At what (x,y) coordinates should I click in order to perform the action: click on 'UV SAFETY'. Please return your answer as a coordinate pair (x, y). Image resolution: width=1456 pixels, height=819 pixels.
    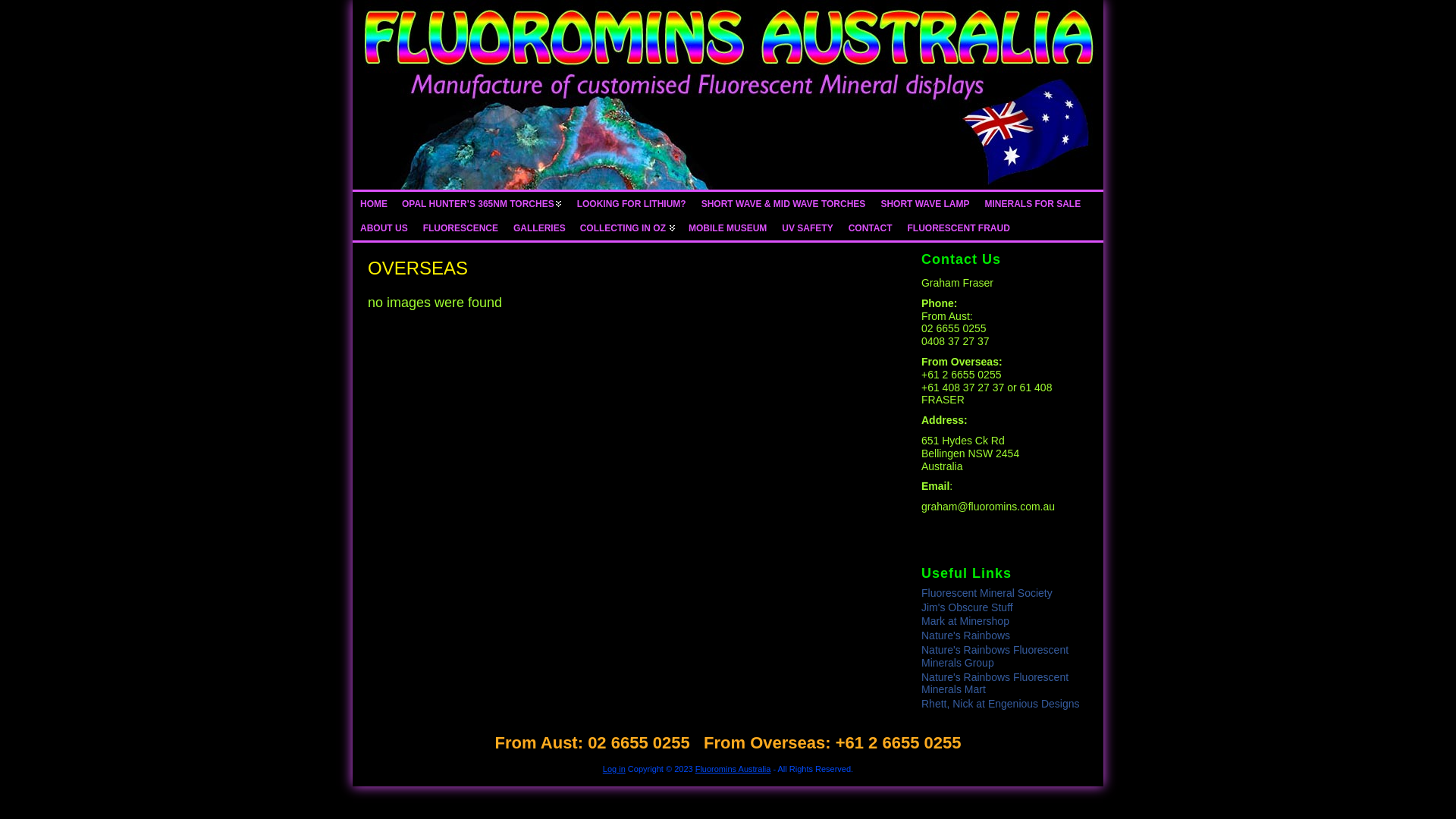
    Looking at the image, I should click on (774, 227).